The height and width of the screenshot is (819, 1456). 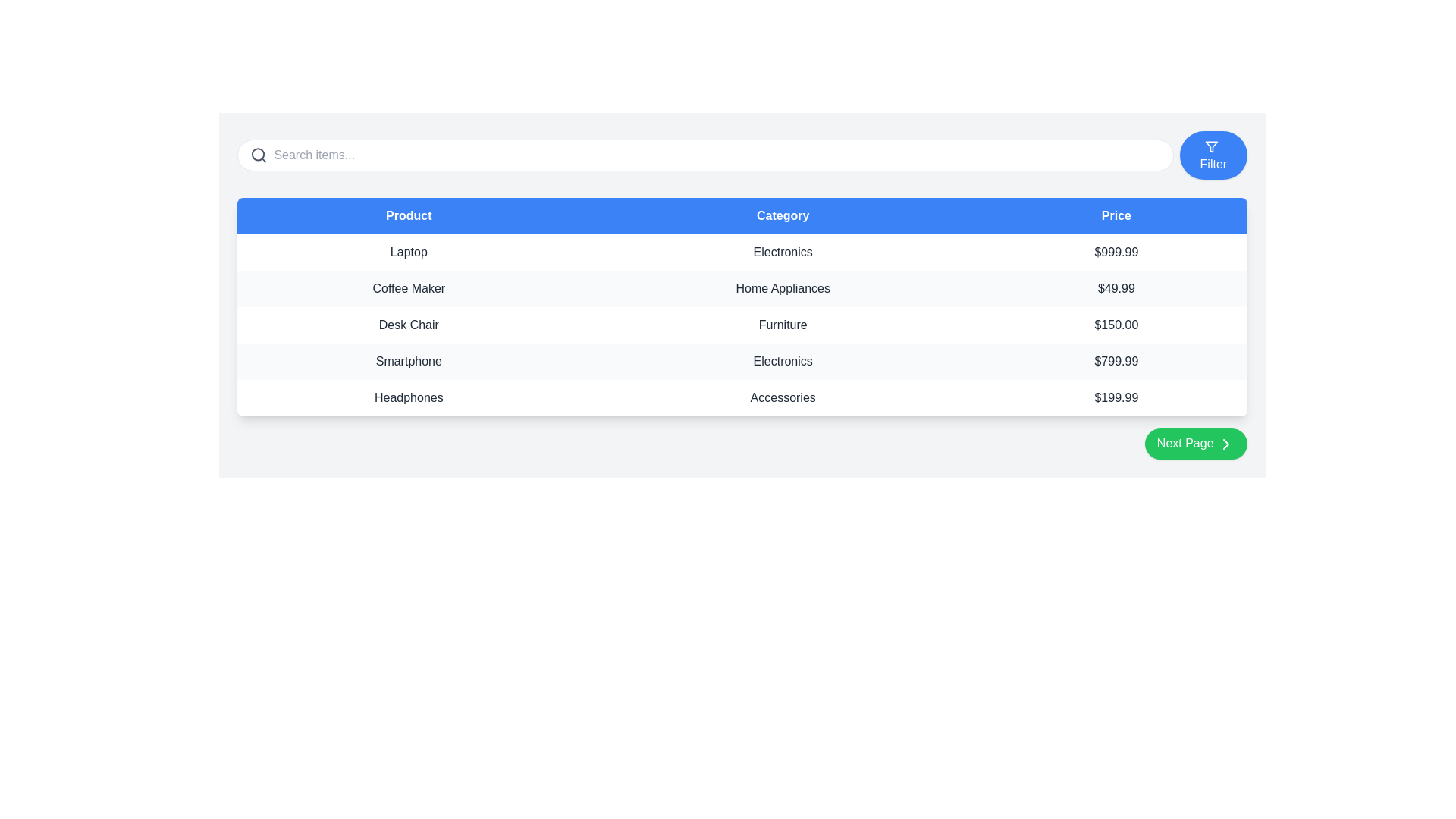 I want to click on the text label displaying the product name, located in the first position of its row below the 'Product' header, followed by 'Home Appliances' and '$49.99', so click(x=409, y=289).